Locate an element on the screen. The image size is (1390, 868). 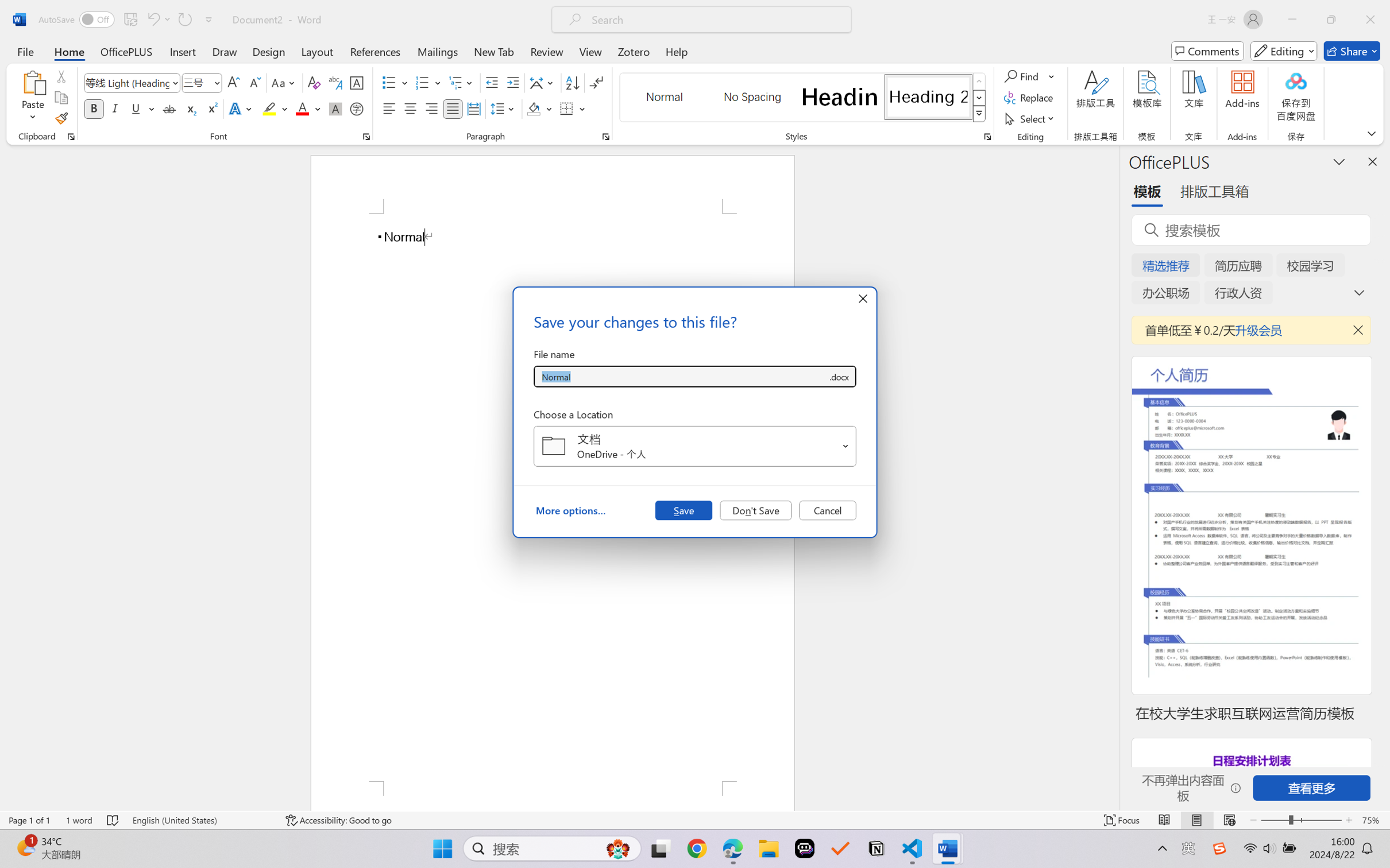
'Copy' is located at coordinates (60, 98).